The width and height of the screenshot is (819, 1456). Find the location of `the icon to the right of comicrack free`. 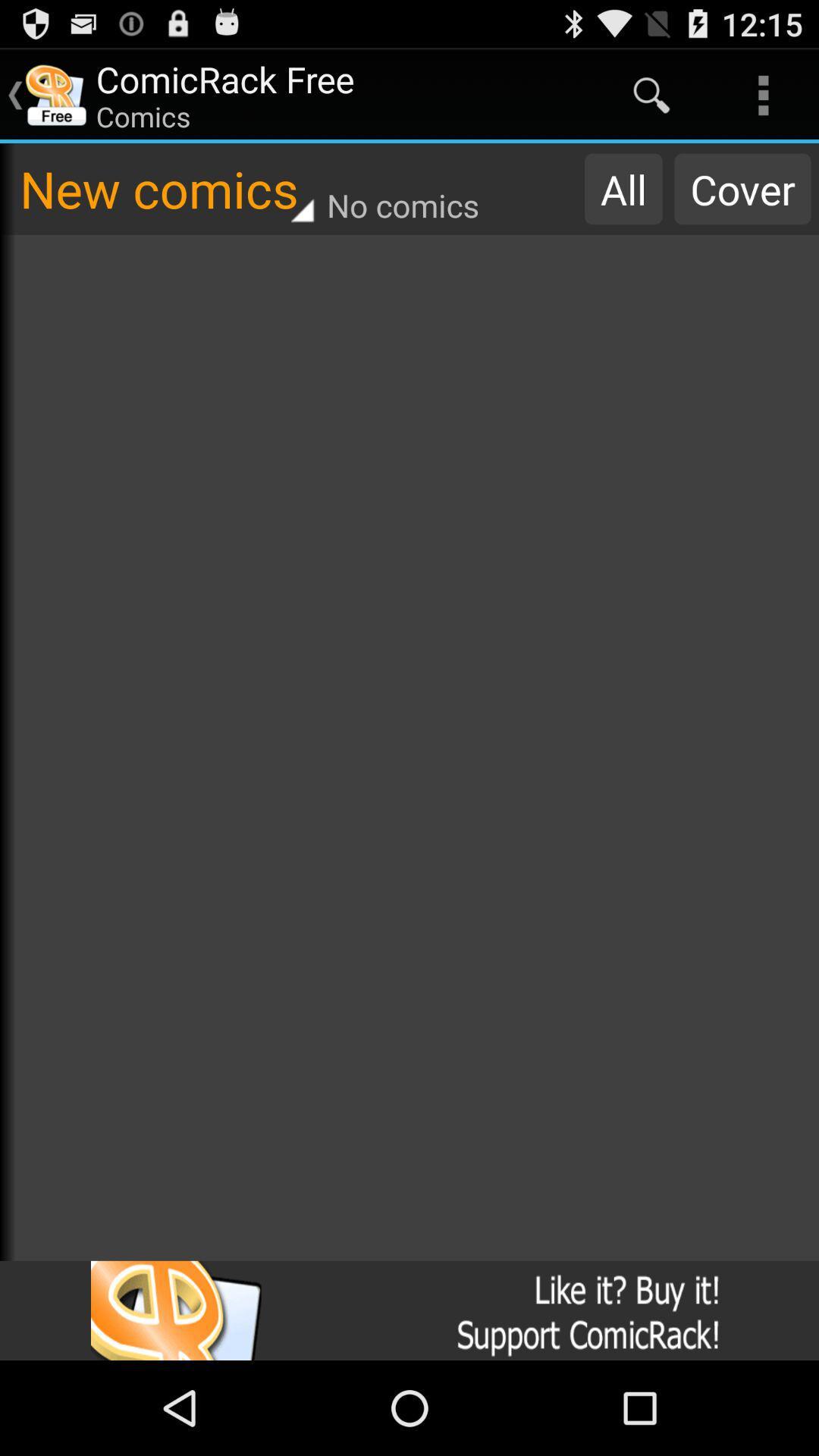

the icon to the right of comicrack free is located at coordinates (651, 94).